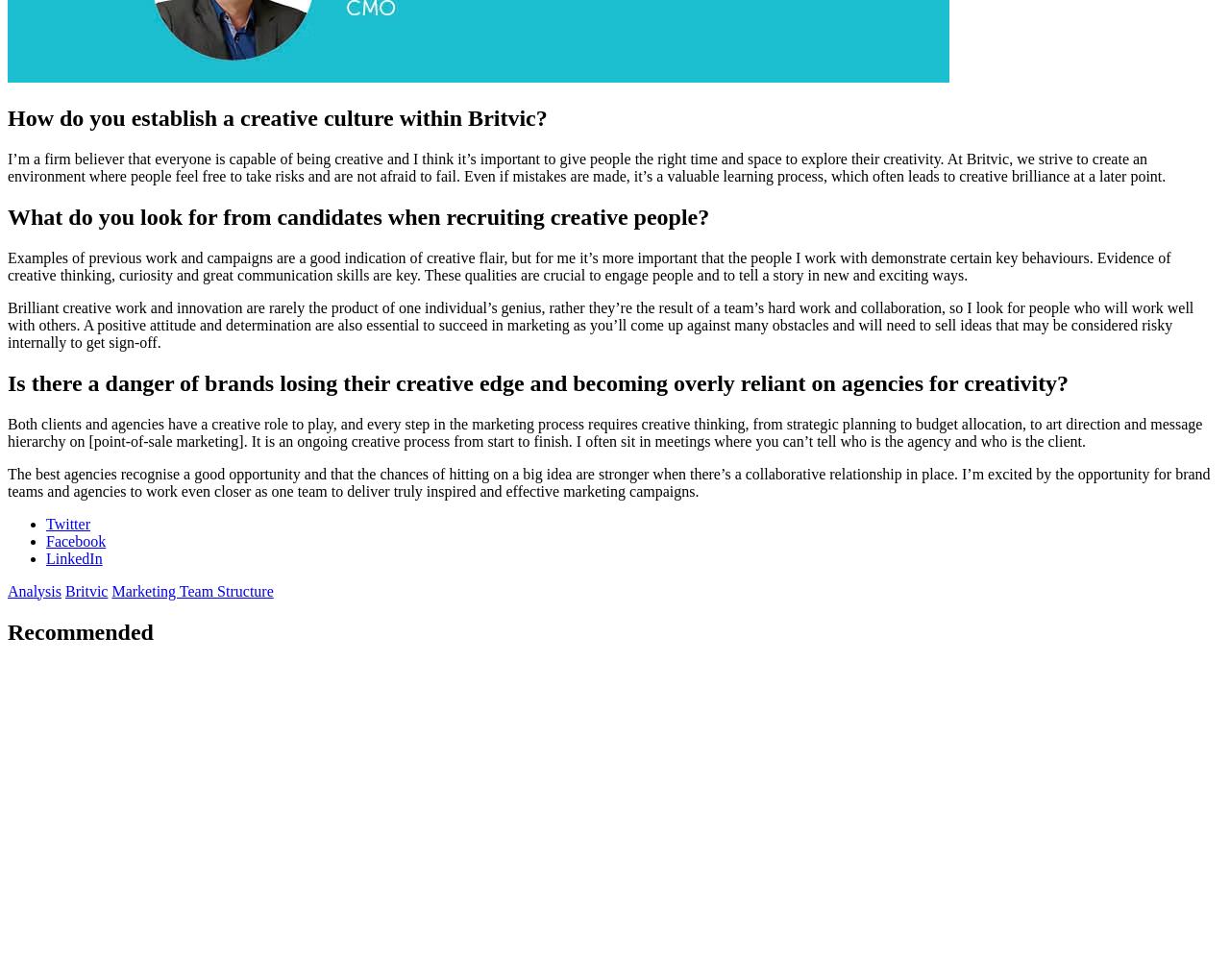  I want to click on 'Analysis', so click(34, 589).